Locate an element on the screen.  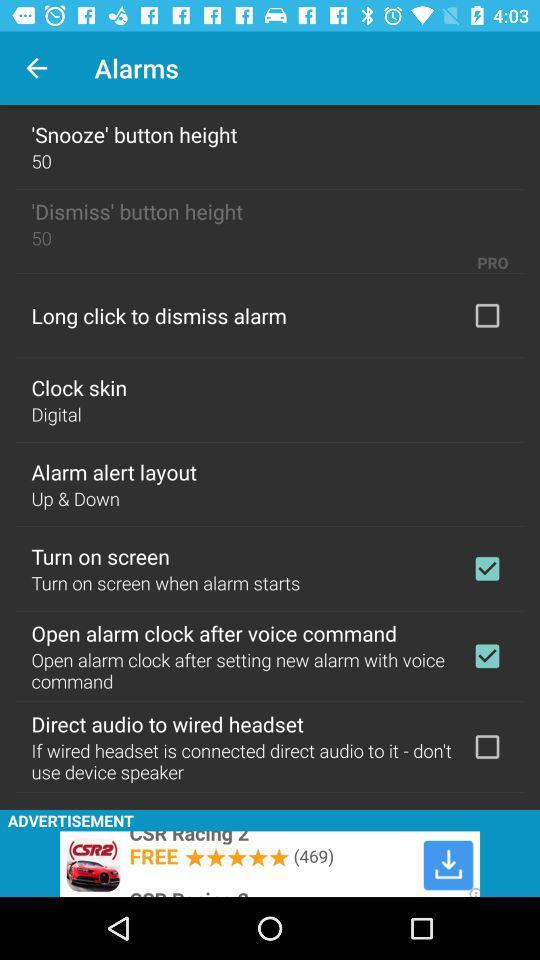
settings is located at coordinates (486, 745).